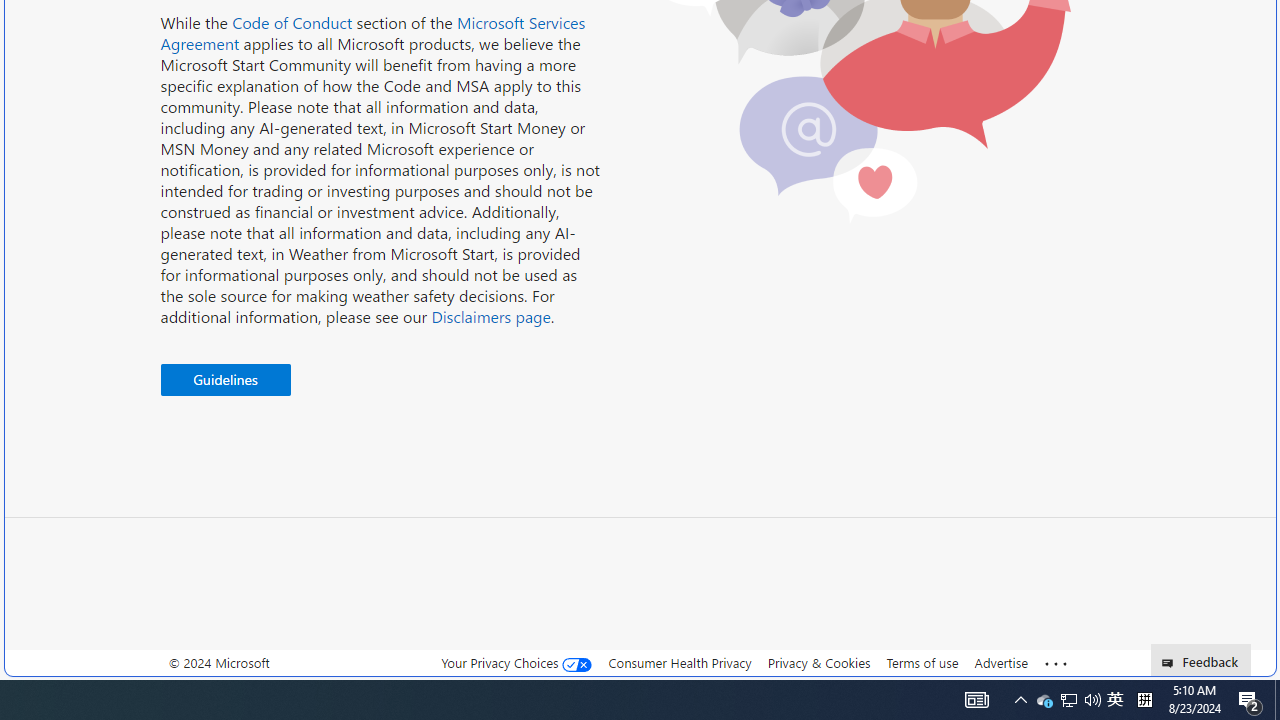  I want to click on 'Privacy & Cookies', so click(818, 662).